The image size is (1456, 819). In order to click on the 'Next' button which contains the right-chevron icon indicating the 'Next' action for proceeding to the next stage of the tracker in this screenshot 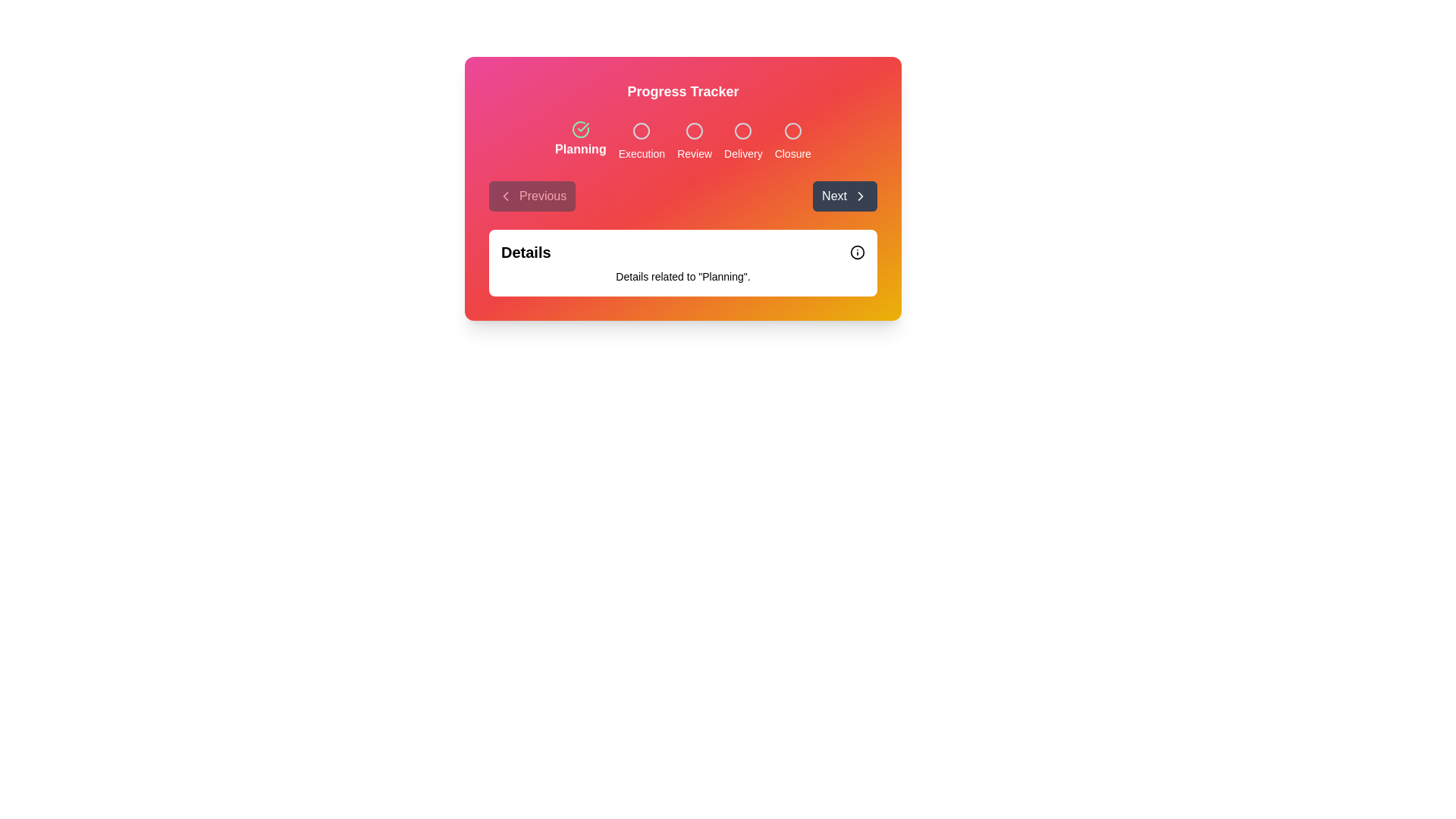, I will do `click(860, 195)`.